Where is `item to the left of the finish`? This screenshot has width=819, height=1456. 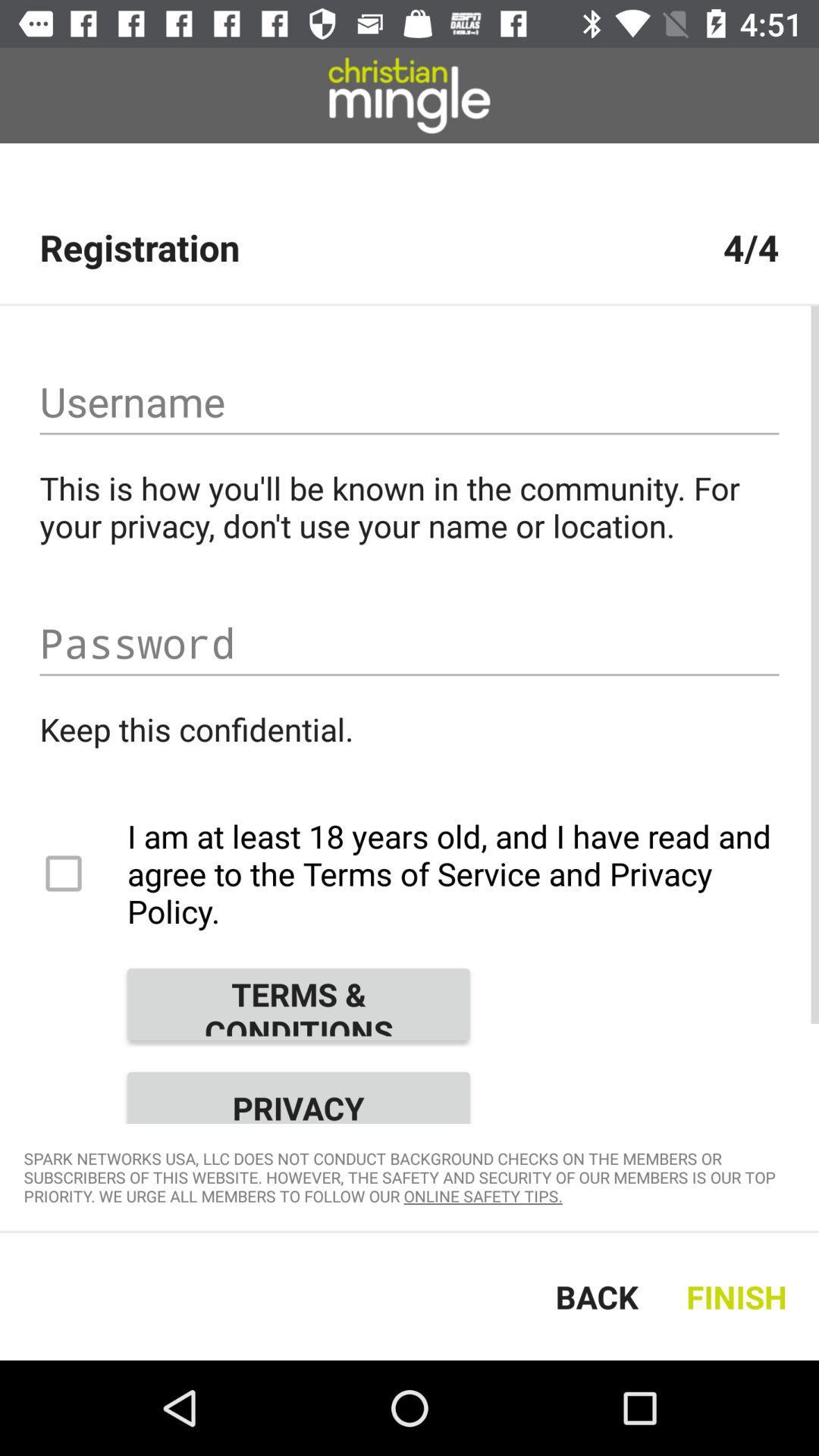 item to the left of the finish is located at coordinates (596, 1295).